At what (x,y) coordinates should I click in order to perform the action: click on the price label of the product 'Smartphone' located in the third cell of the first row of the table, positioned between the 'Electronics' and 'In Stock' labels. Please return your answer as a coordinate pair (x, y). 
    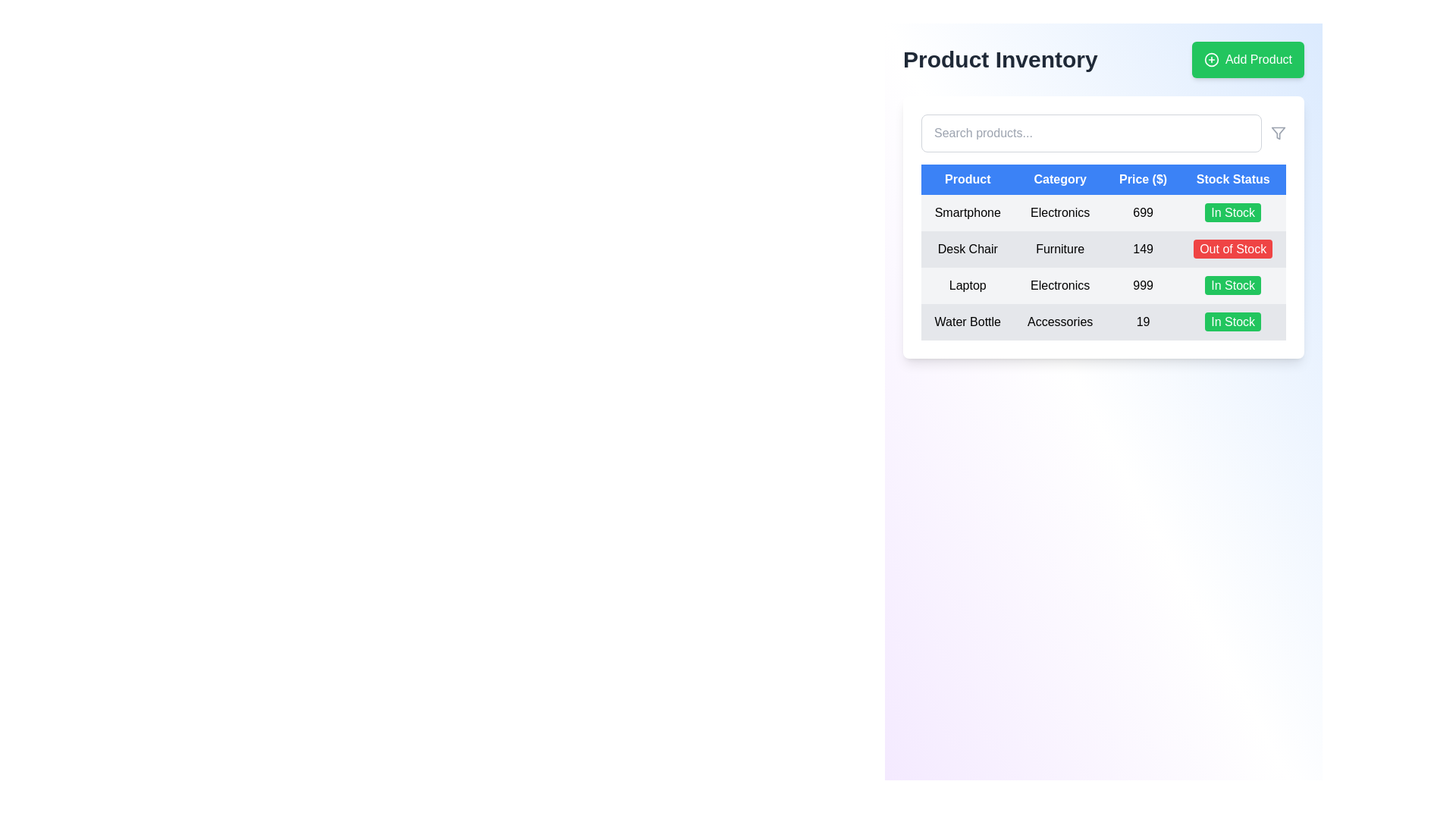
    Looking at the image, I should click on (1143, 213).